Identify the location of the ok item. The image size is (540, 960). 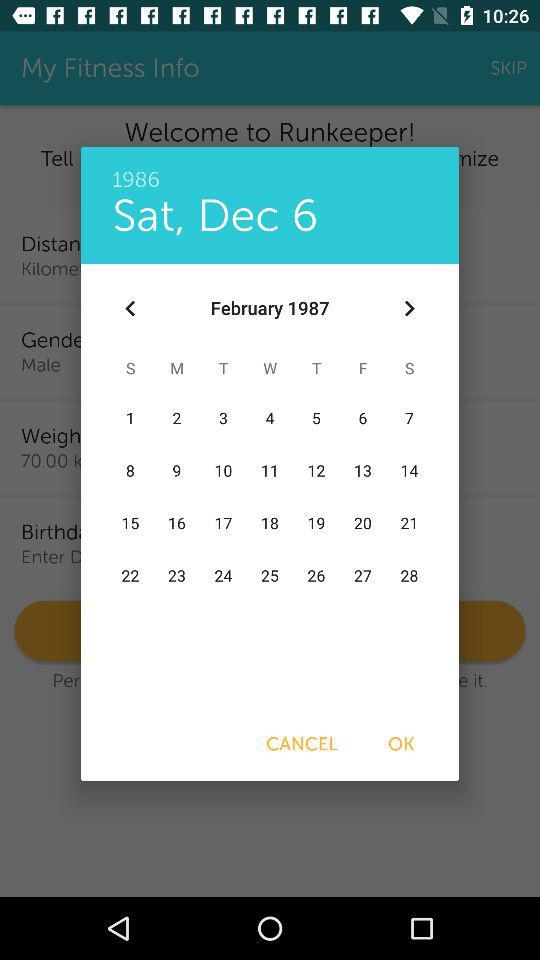
(401, 743).